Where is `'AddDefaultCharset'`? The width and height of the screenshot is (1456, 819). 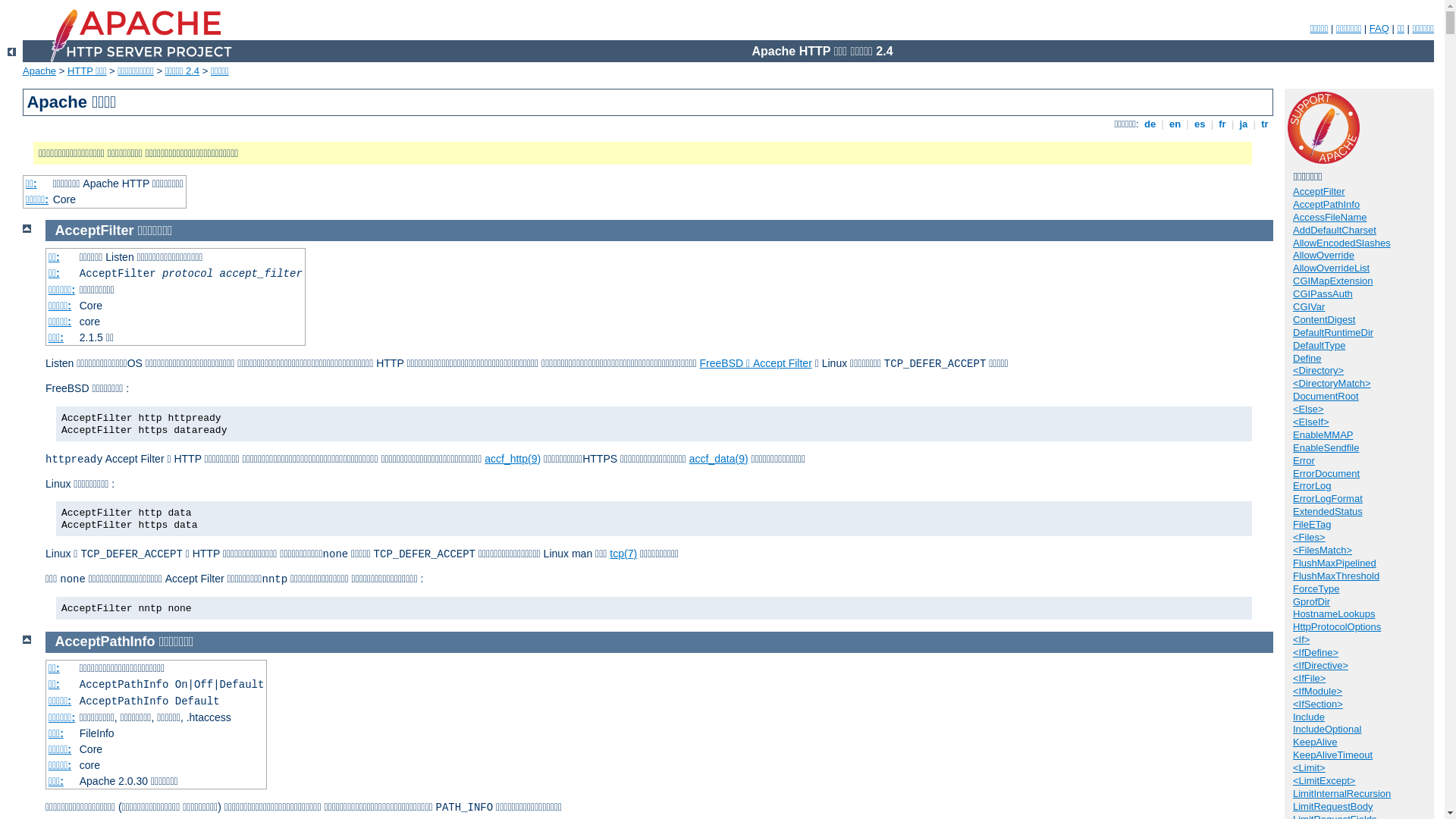 'AddDefaultCharset' is located at coordinates (1335, 230).